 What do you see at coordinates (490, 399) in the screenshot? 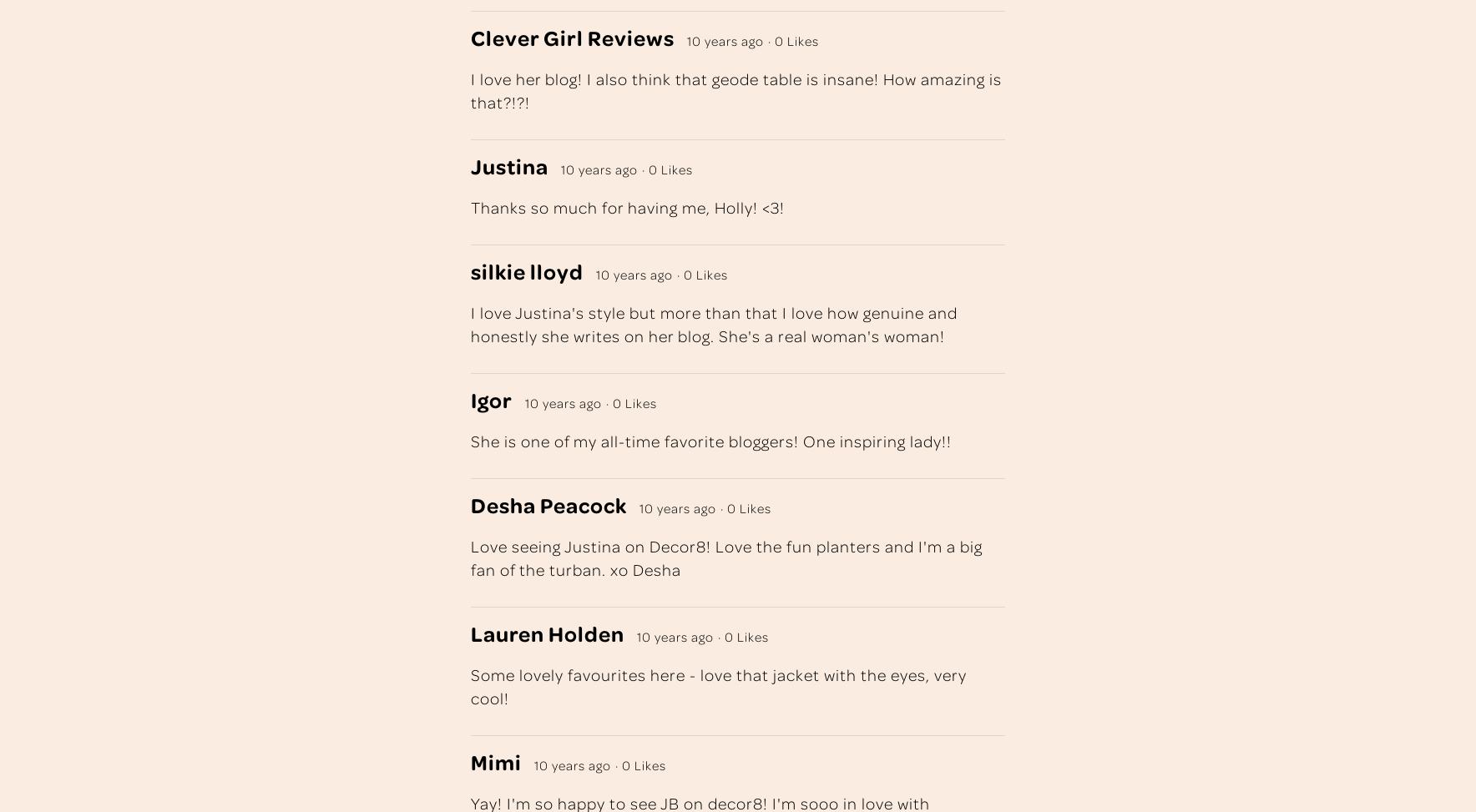
I see `'Igor'` at bounding box center [490, 399].